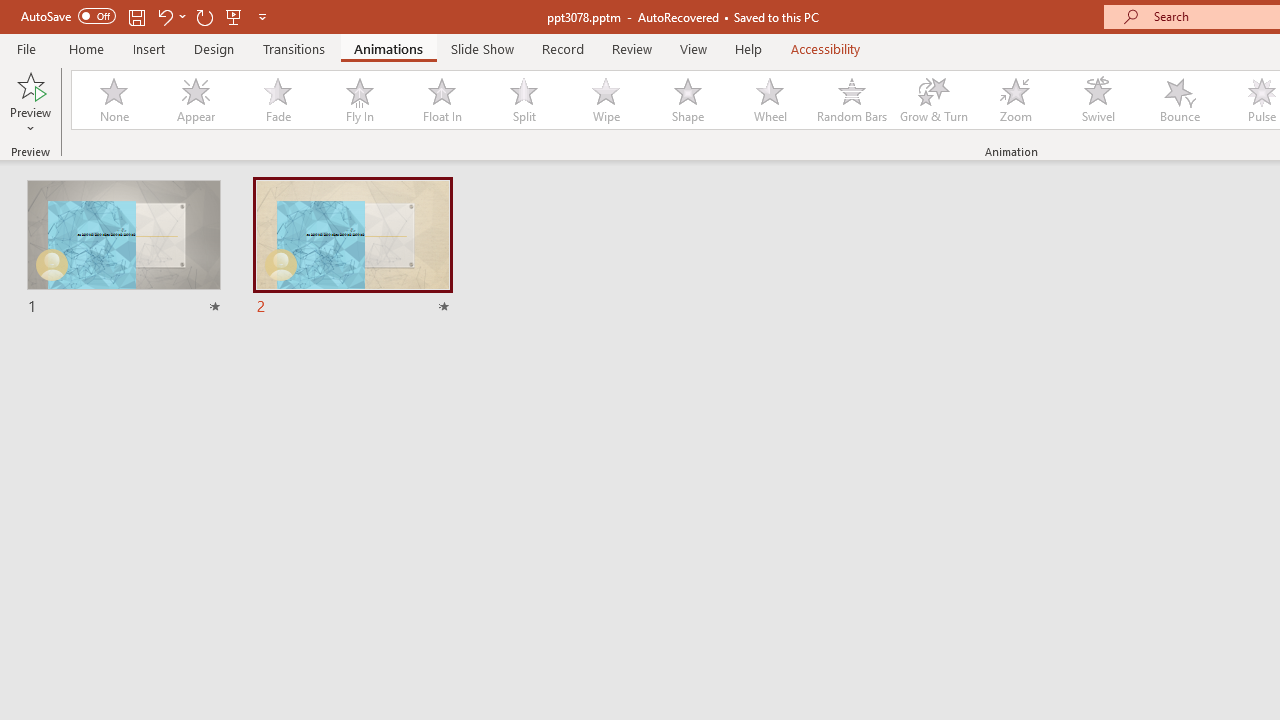 The width and height of the screenshot is (1280, 720). Describe the element at coordinates (1097, 100) in the screenshot. I see `'Swivel'` at that location.